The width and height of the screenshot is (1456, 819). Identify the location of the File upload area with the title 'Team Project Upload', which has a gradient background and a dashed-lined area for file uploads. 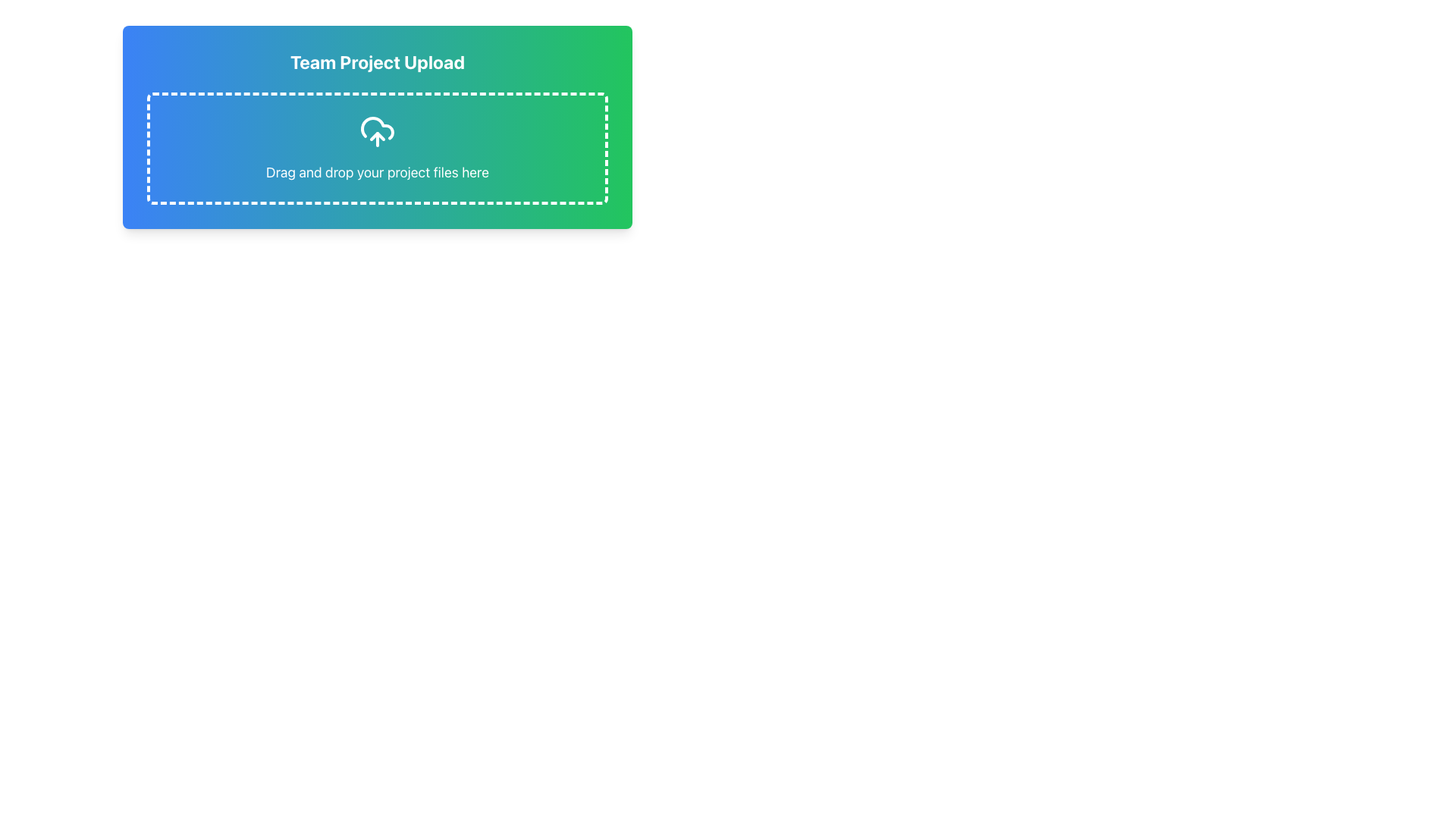
(378, 127).